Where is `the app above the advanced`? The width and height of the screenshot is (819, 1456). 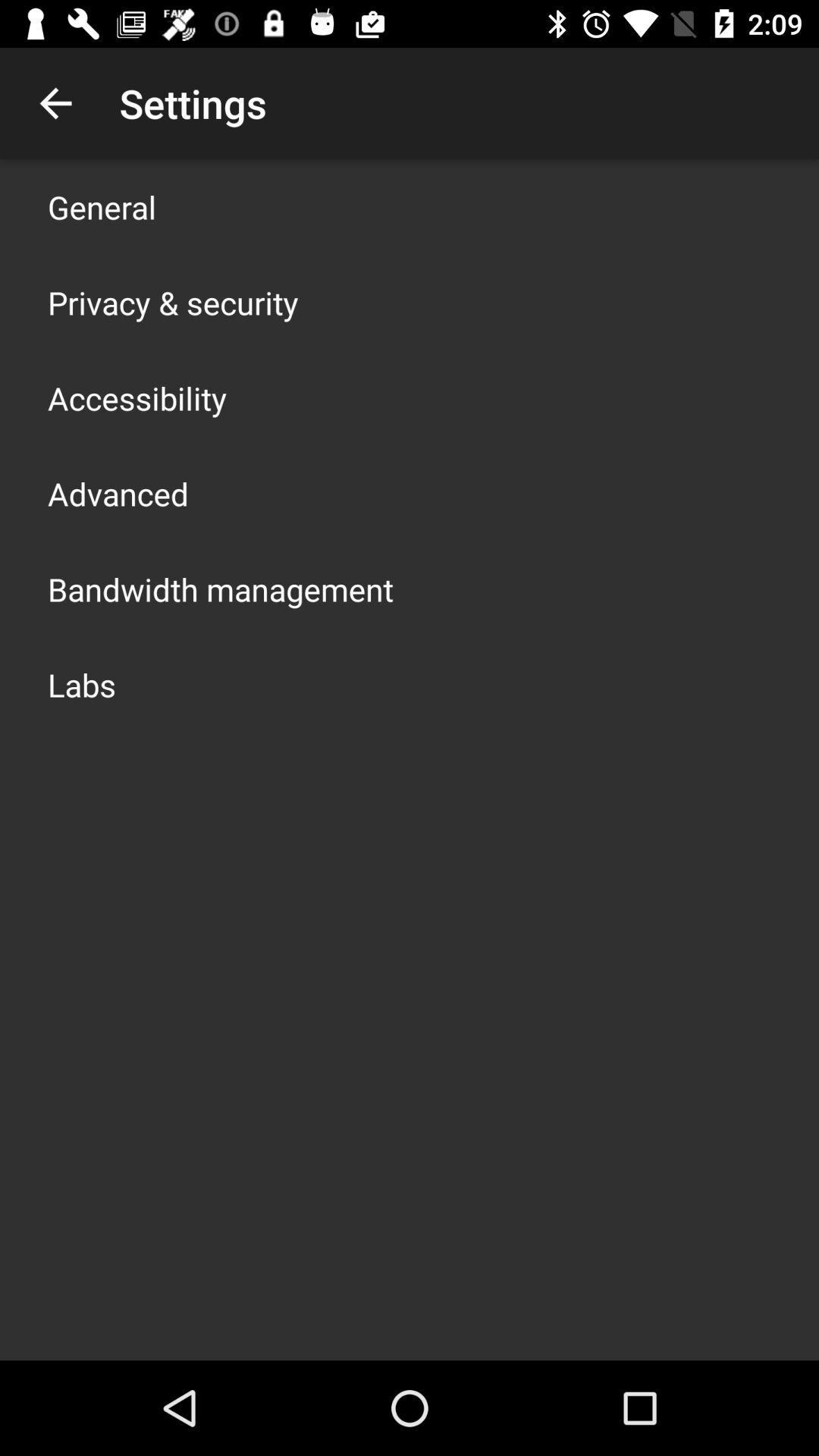 the app above the advanced is located at coordinates (137, 397).